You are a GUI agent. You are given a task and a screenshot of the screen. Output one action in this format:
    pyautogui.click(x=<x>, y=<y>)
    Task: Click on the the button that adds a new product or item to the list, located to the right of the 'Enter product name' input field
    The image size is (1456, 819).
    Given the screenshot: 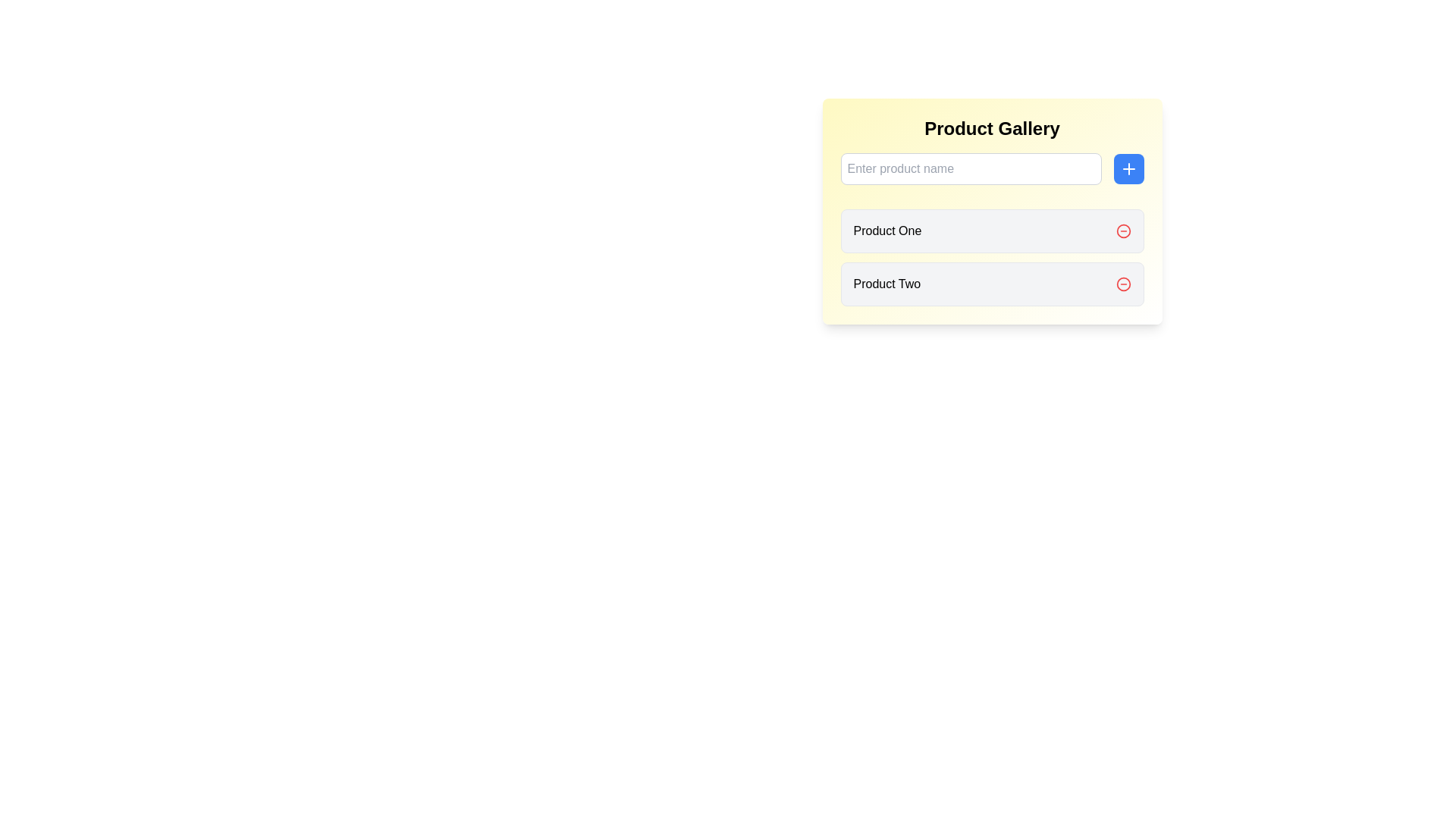 What is the action you would take?
    pyautogui.click(x=1128, y=169)
    